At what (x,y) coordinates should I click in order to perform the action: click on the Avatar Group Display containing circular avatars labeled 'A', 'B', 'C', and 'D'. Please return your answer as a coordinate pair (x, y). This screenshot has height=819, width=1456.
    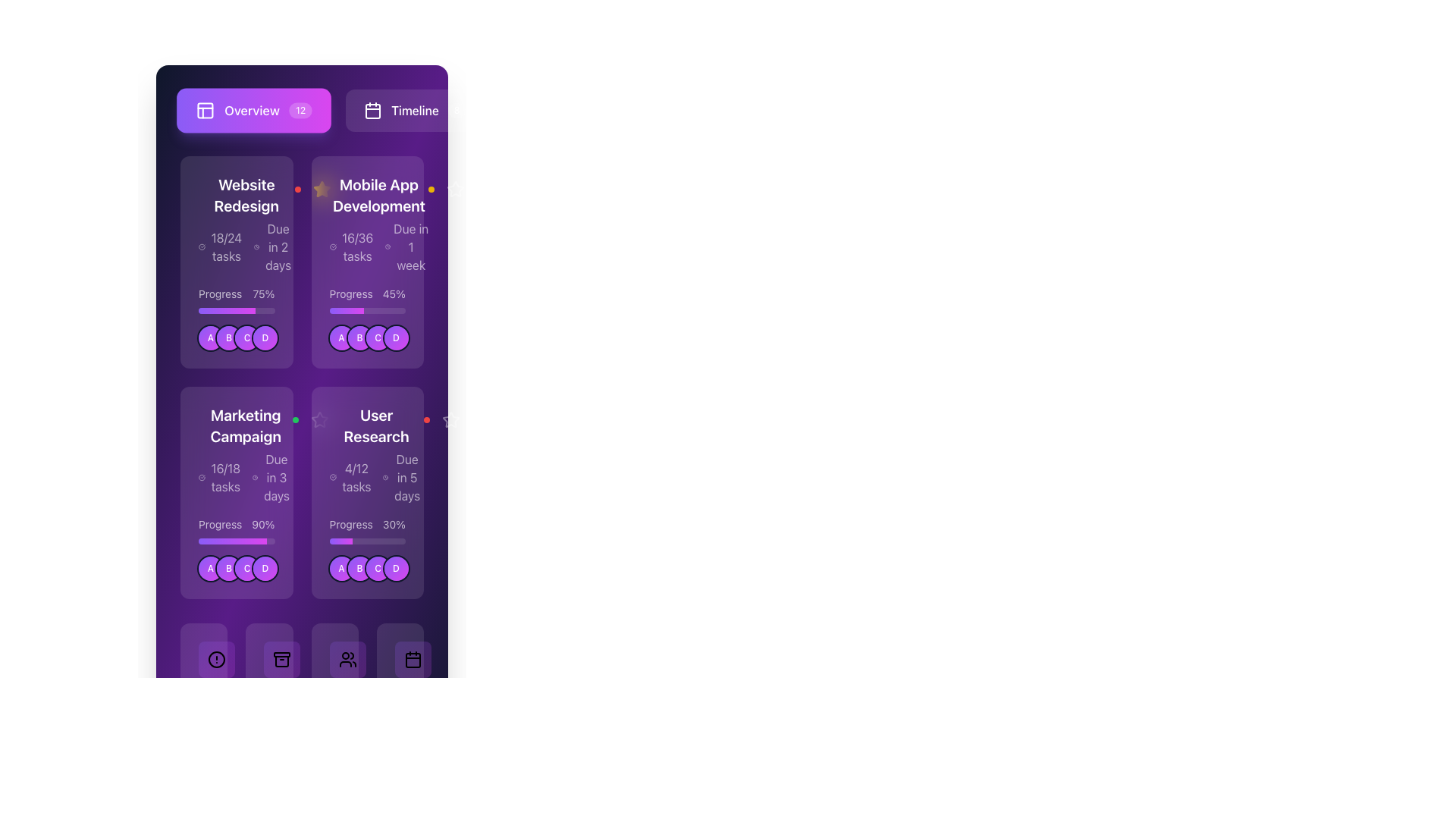
    Looking at the image, I should click on (236, 568).